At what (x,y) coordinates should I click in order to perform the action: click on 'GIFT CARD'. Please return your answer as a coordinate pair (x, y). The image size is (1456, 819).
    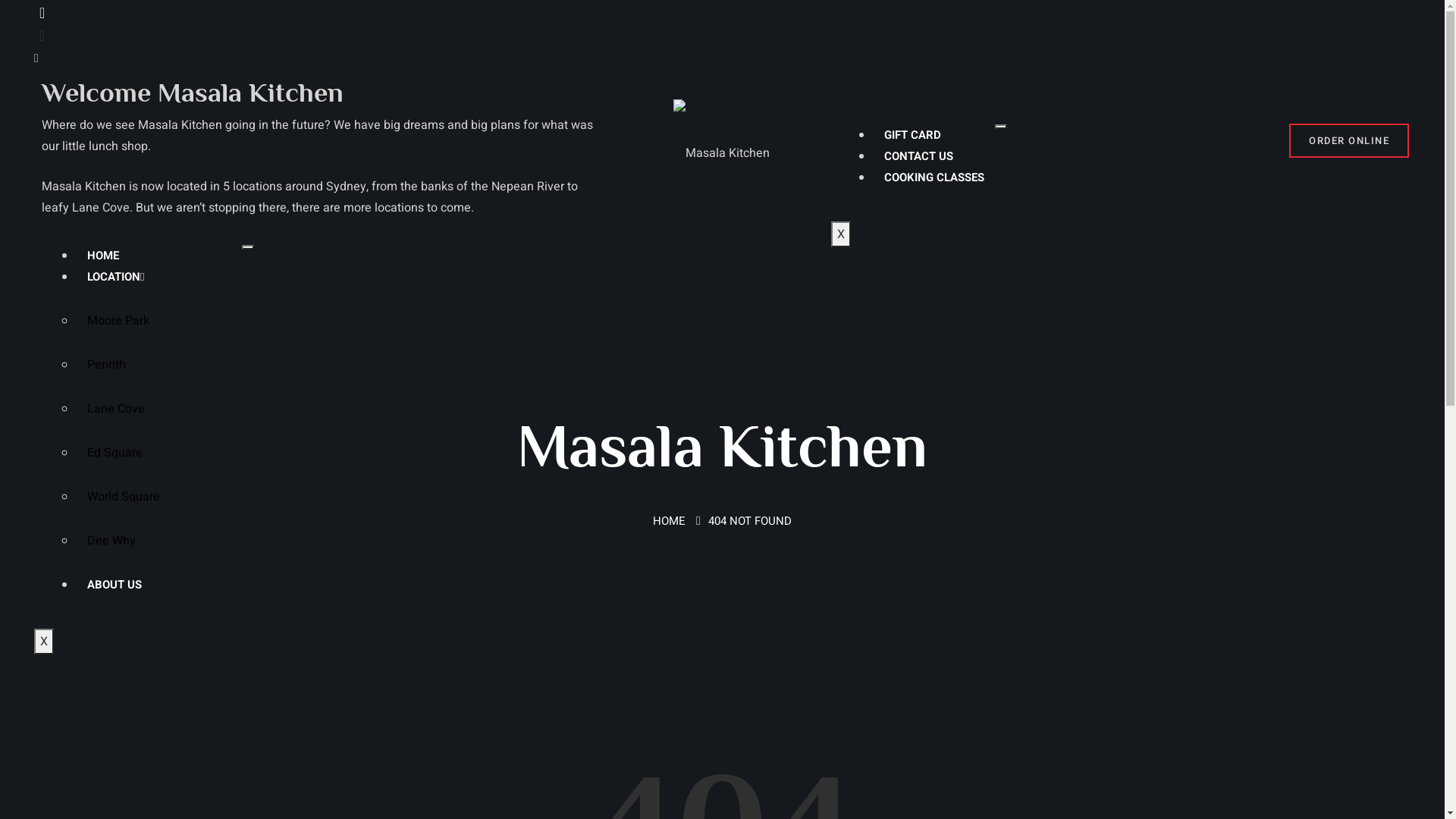
    Looking at the image, I should click on (912, 133).